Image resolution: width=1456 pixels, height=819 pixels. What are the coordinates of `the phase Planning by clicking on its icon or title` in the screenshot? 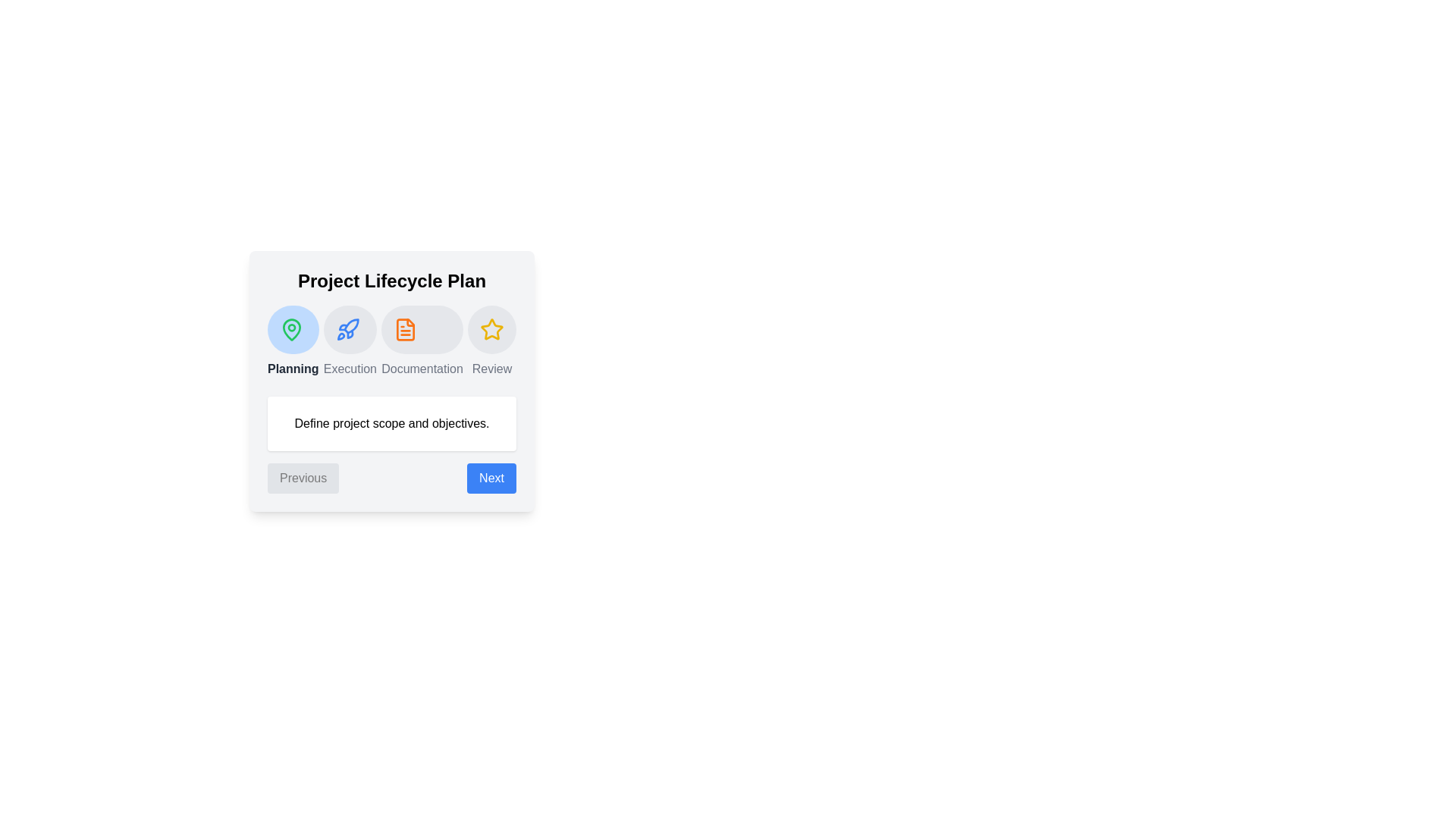 It's located at (291, 329).